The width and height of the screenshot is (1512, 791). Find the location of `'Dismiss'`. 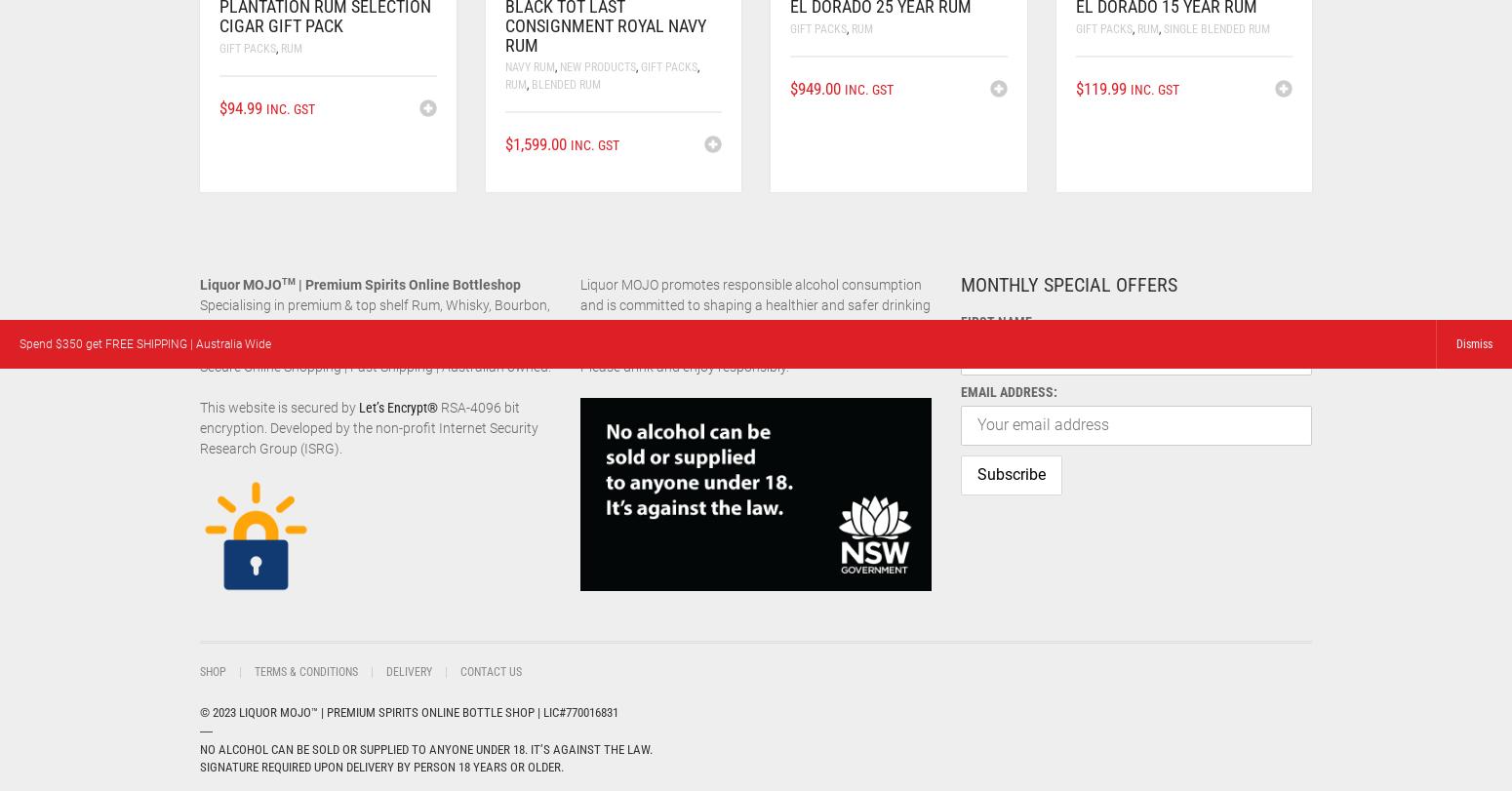

'Dismiss' is located at coordinates (1474, 344).